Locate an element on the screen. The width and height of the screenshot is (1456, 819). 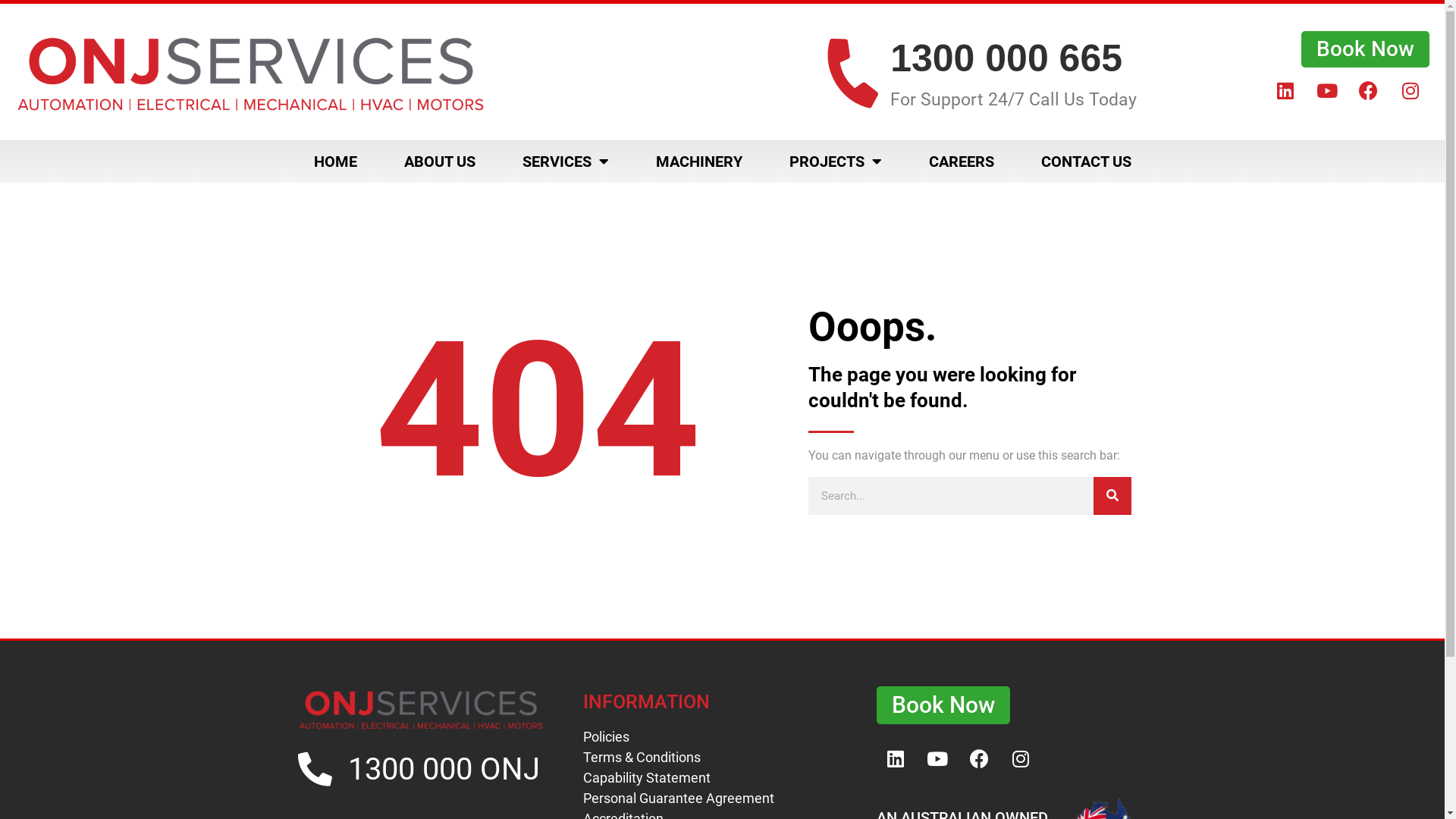
'MACHINERY' is located at coordinates (698, 161).